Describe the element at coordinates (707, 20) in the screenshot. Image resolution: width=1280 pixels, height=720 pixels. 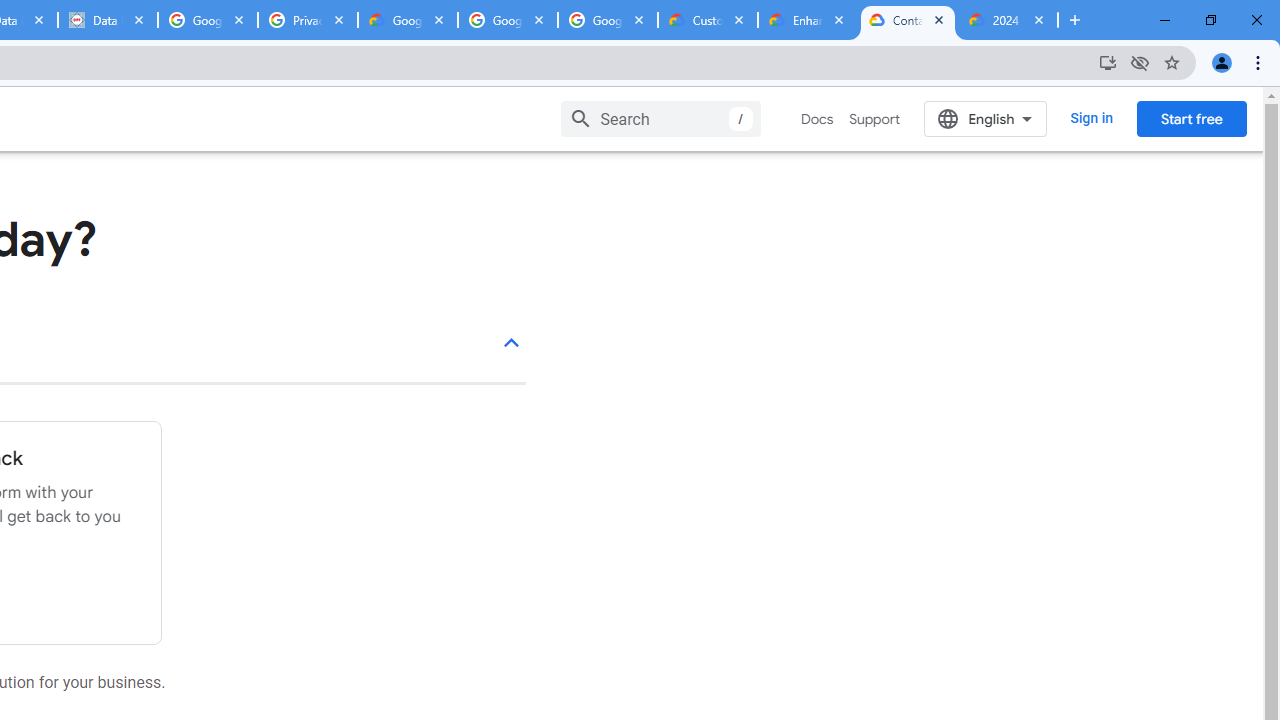
I see `'Customer Care | Google Cloud'` at that location.